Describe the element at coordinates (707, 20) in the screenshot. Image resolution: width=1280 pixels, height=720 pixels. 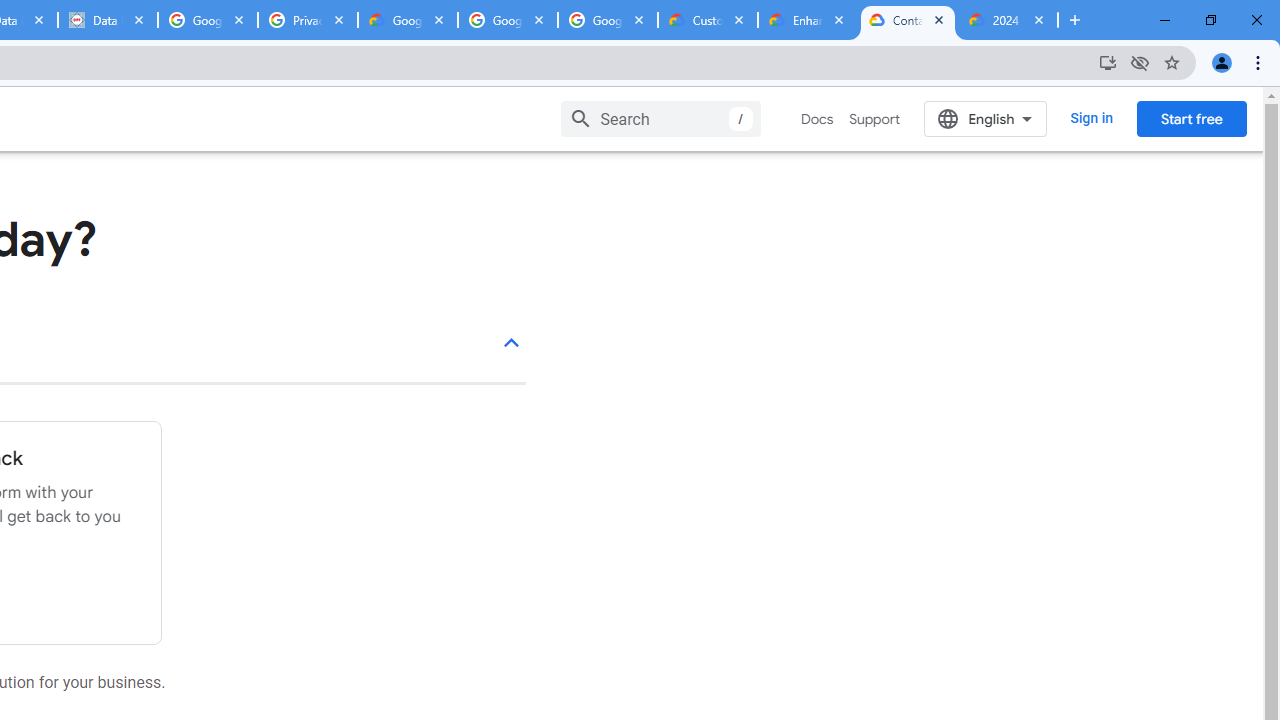
I see `'Customer Care | Google Cloud'` at that location.